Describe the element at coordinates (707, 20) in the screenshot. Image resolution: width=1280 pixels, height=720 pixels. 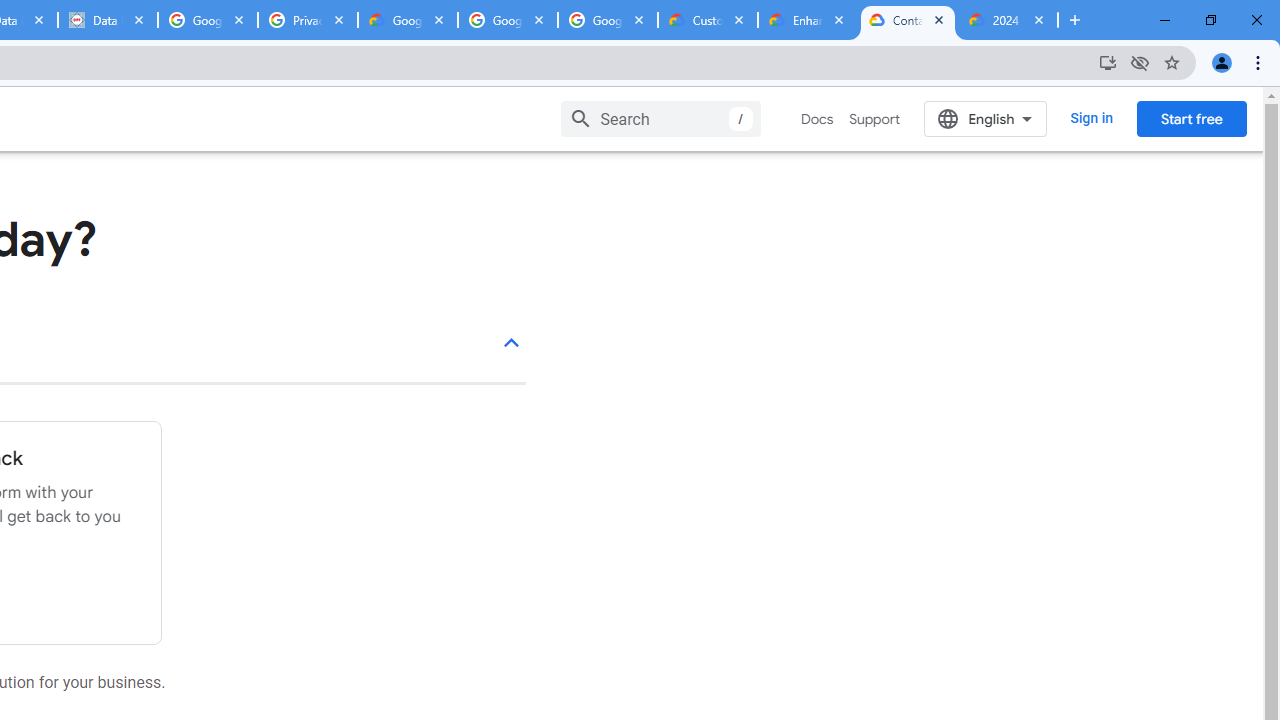
I see `'Customer Care | Google Cloud'` at that location.